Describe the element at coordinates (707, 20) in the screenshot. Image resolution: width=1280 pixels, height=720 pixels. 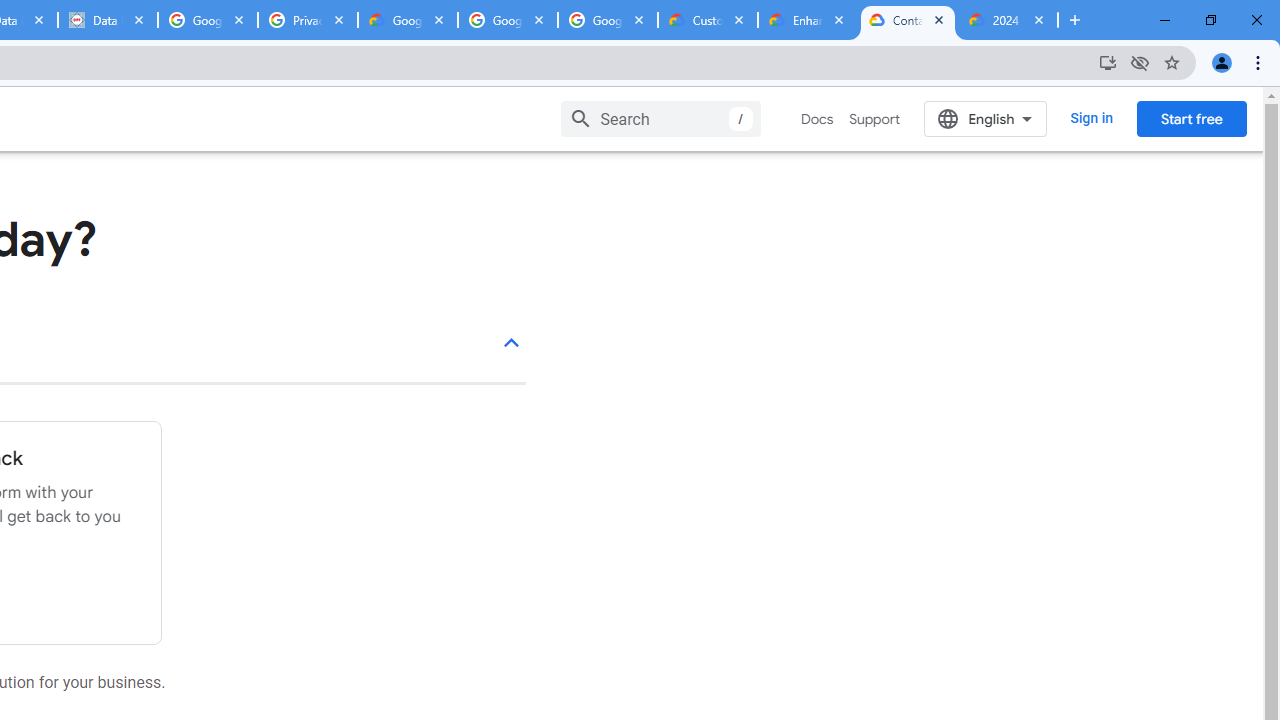
I see `'Customer Care | Google Cloud'` at that location.